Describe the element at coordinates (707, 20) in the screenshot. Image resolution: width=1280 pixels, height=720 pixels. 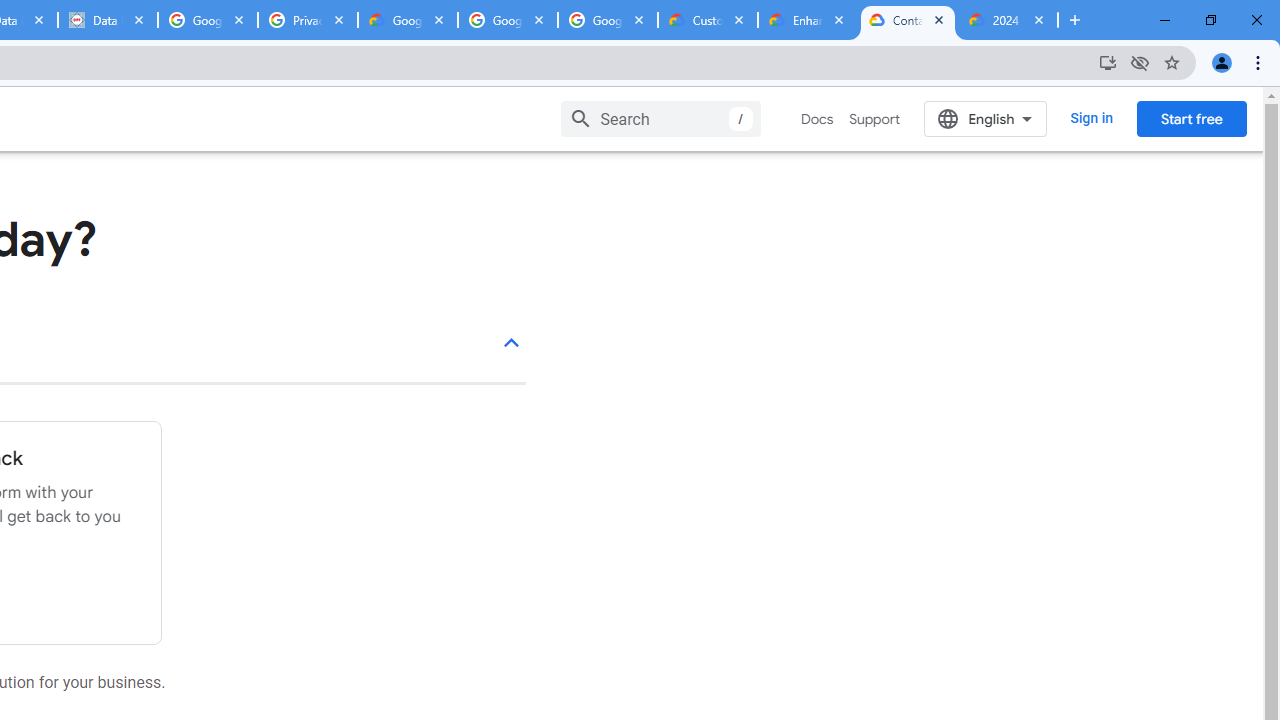
I see `'Customer Care | Google Cloud'` at that location.